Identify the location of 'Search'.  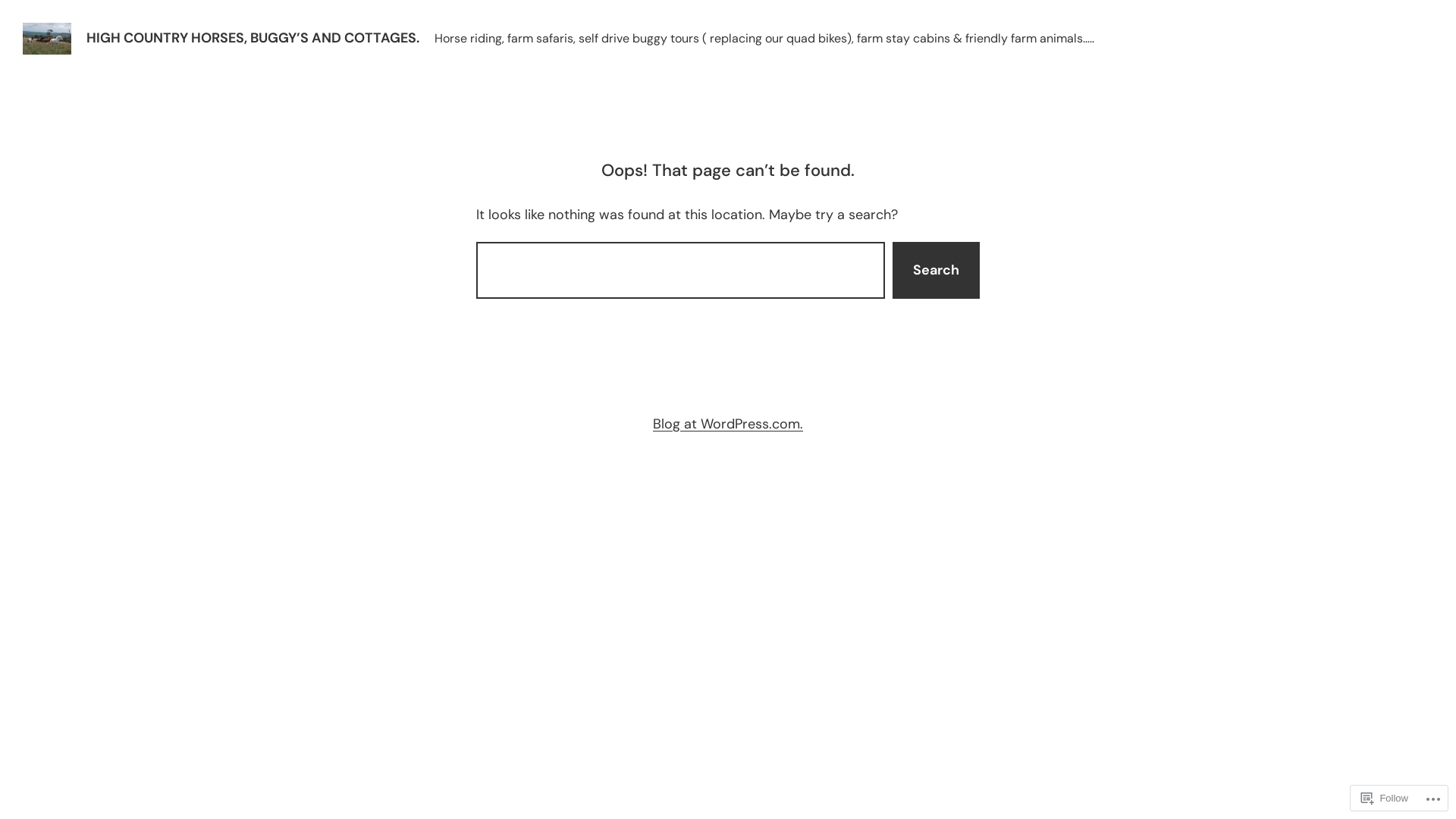
(935, 269).